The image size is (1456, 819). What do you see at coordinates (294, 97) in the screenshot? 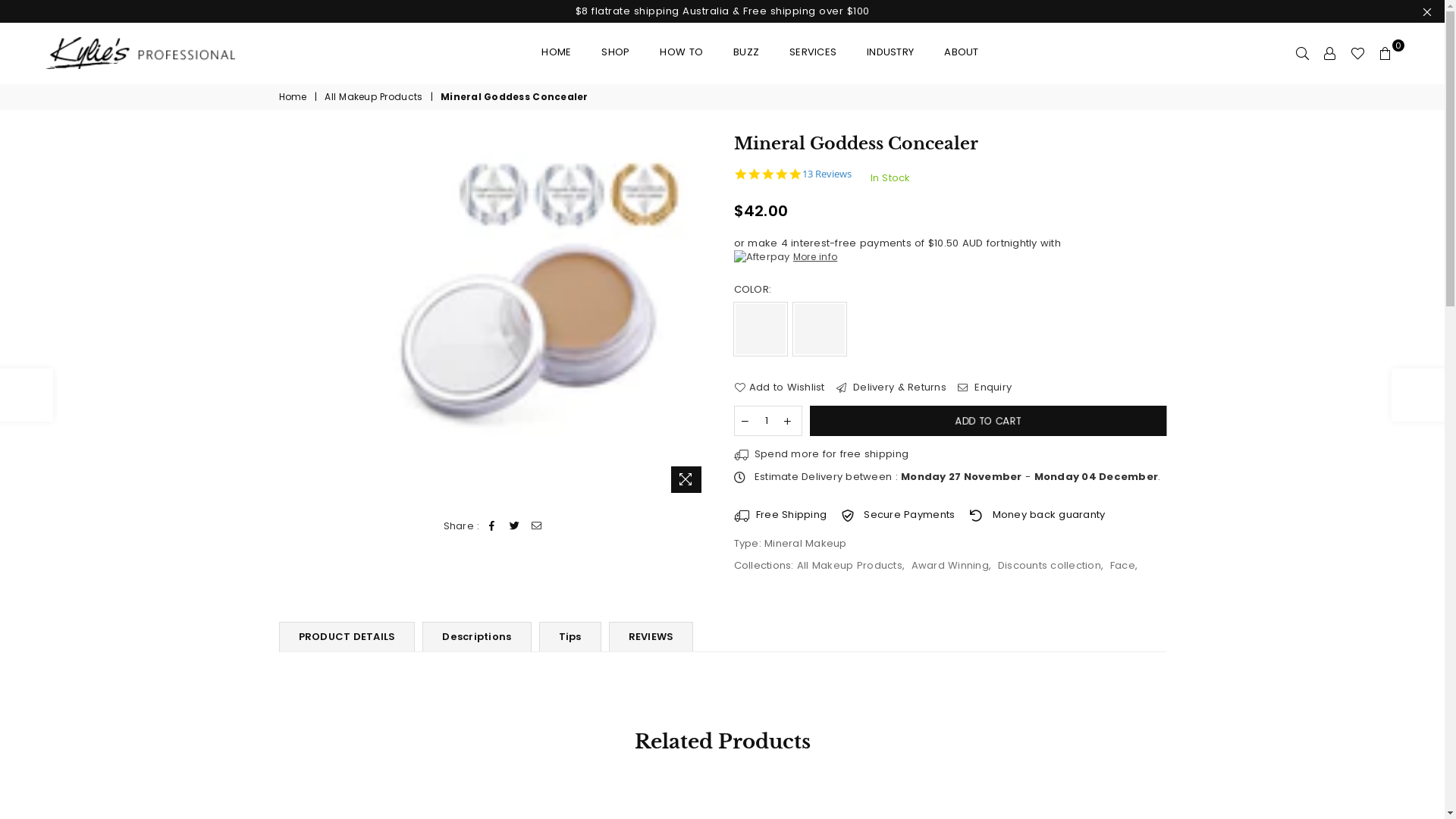
I see `'Home'` at bounding box center [294, 97].